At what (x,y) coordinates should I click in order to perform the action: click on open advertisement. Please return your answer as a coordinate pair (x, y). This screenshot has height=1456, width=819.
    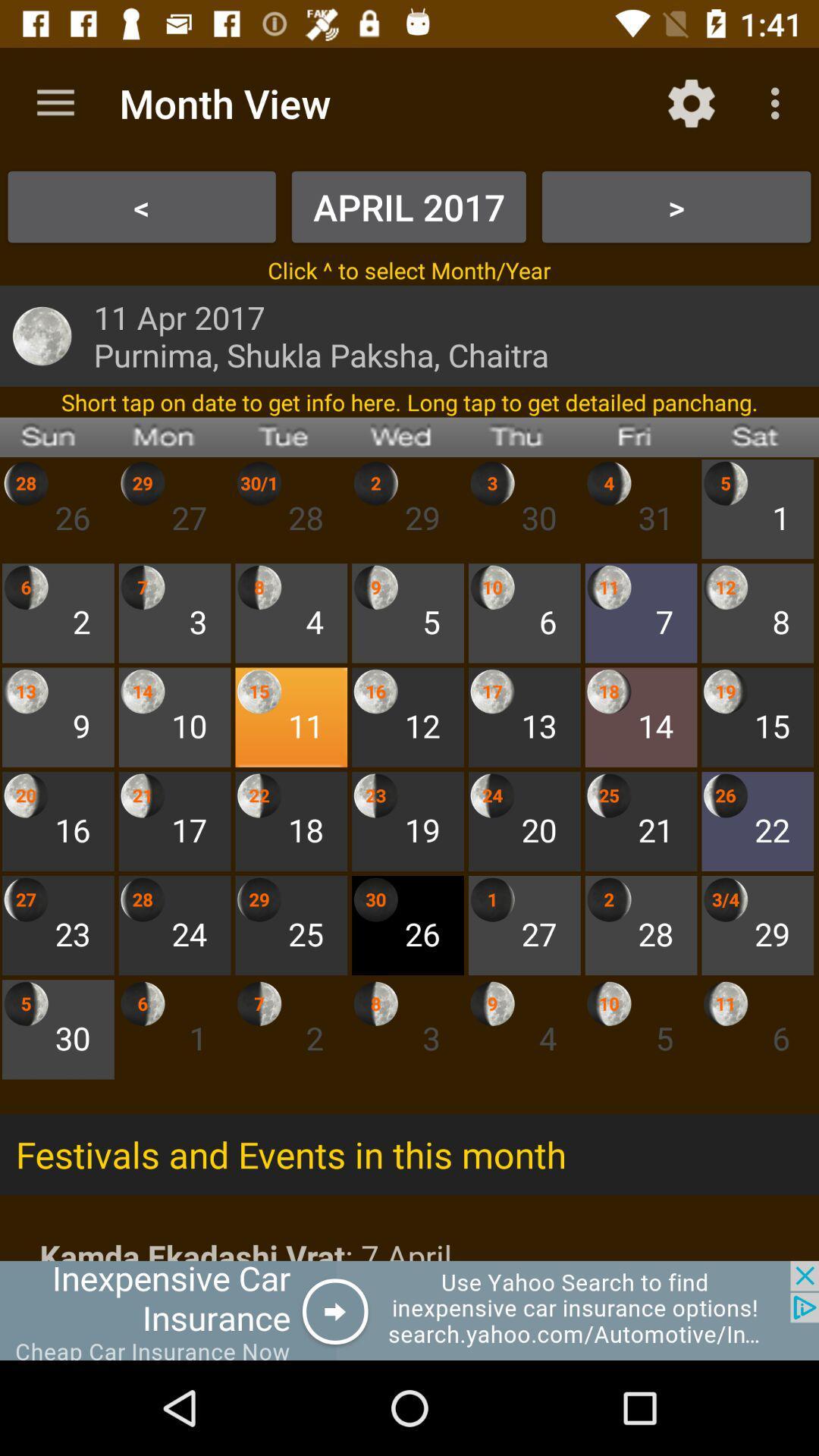
    Looking at the image, I should click on (409, 1310).